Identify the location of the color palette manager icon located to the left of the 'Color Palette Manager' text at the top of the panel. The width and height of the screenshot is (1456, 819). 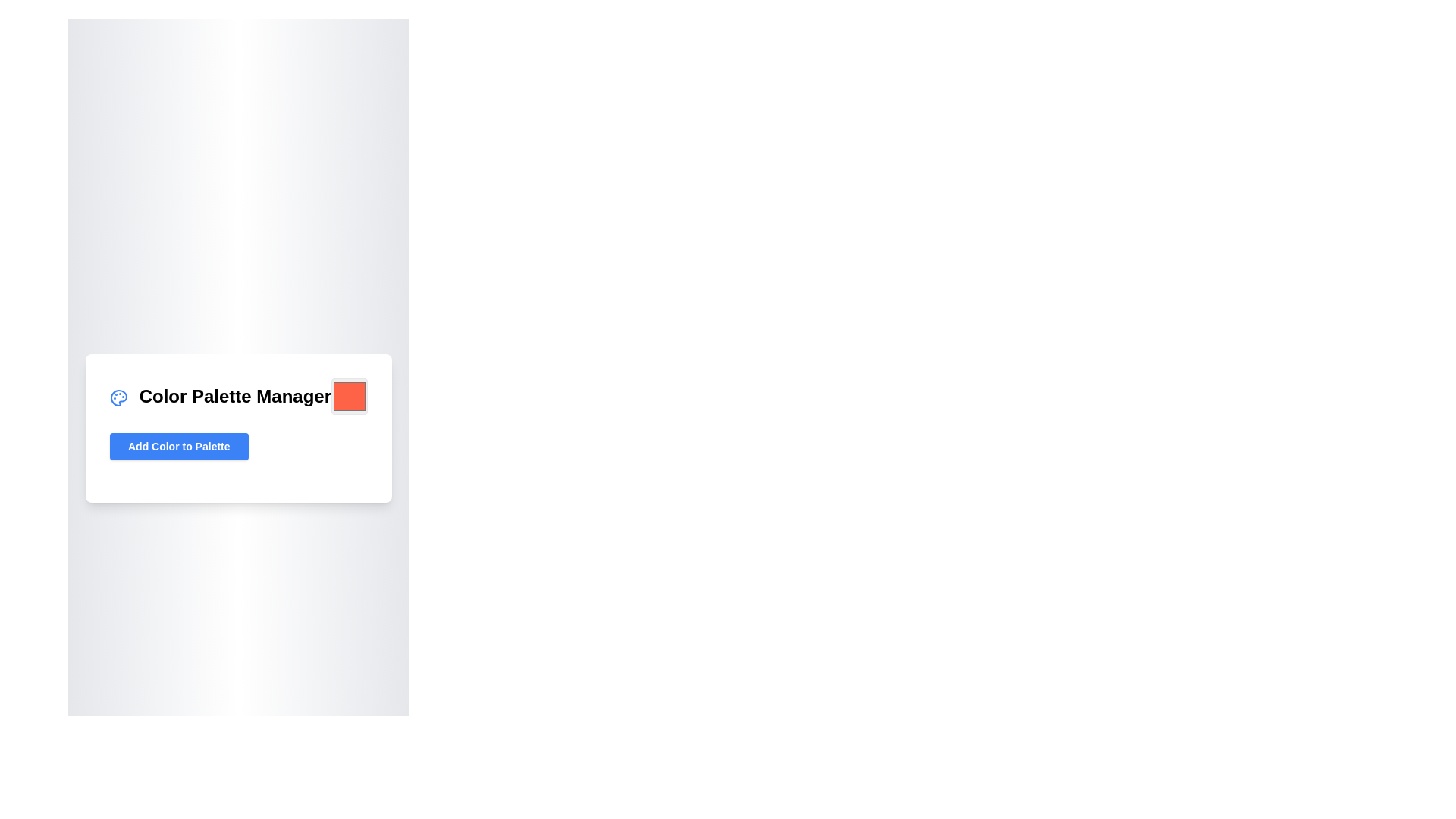
(118, 397).